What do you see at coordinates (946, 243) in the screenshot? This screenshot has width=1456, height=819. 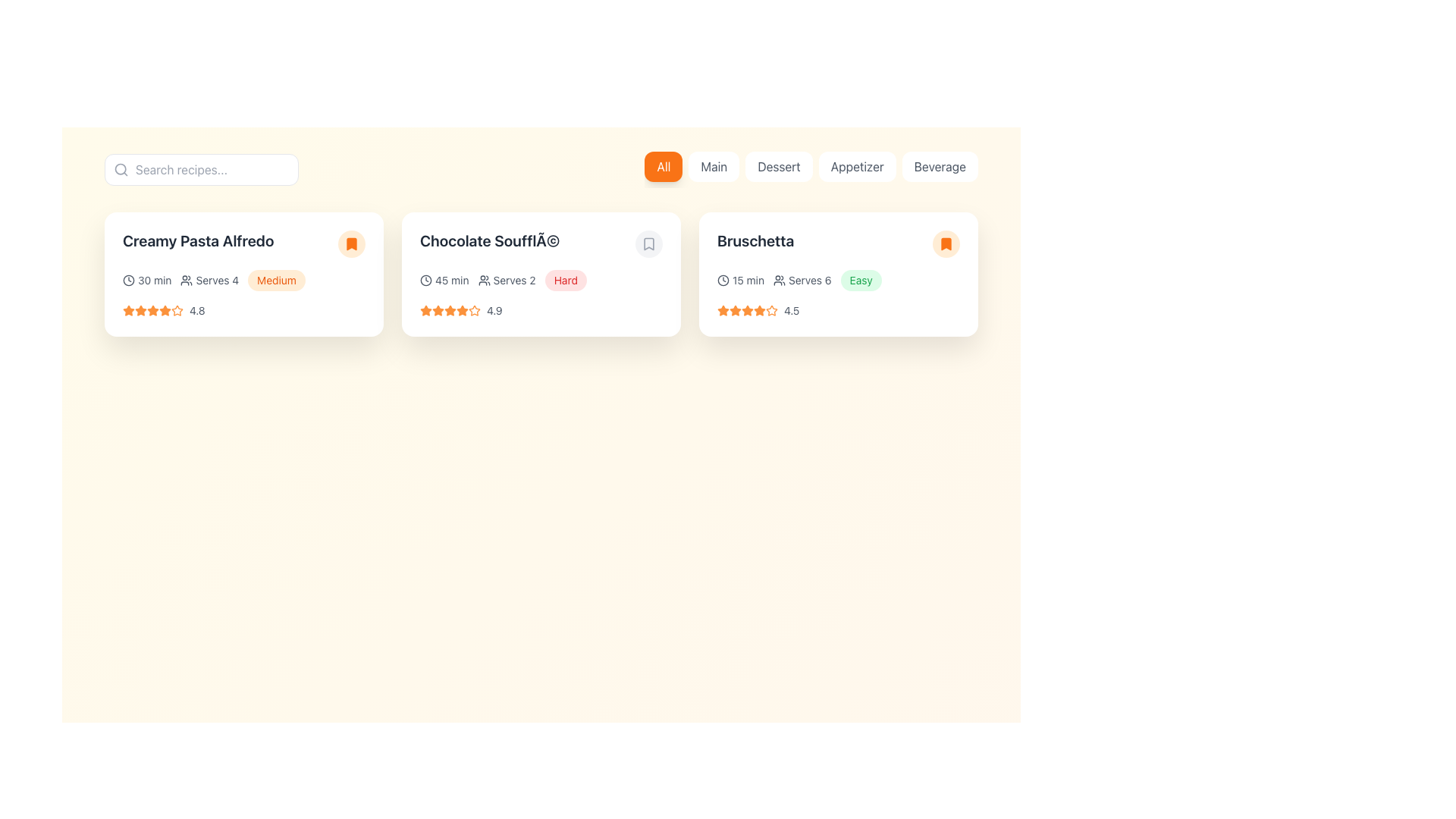 I see `the bookmarking icon located in the top right corner of the 'Bruschetta' recipe card to bookmark or unbookmark the card` at bounding box center [946, 243].